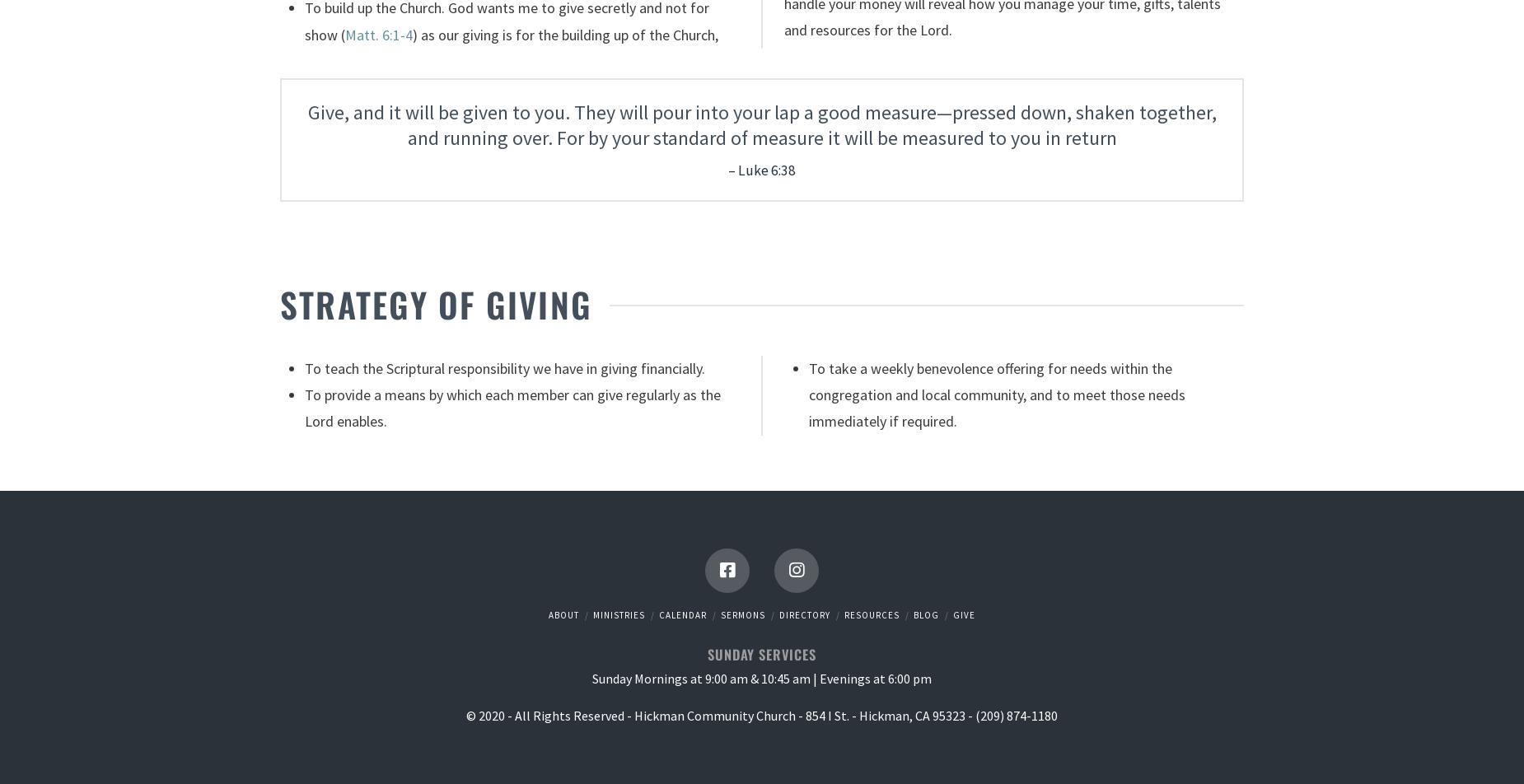  I want to click on '© 2020 - All Rights Reserved - Hickman Community Church - 854 I St. - Hickman, CA 95323 - (209) 874-1180', so click(762, 715).